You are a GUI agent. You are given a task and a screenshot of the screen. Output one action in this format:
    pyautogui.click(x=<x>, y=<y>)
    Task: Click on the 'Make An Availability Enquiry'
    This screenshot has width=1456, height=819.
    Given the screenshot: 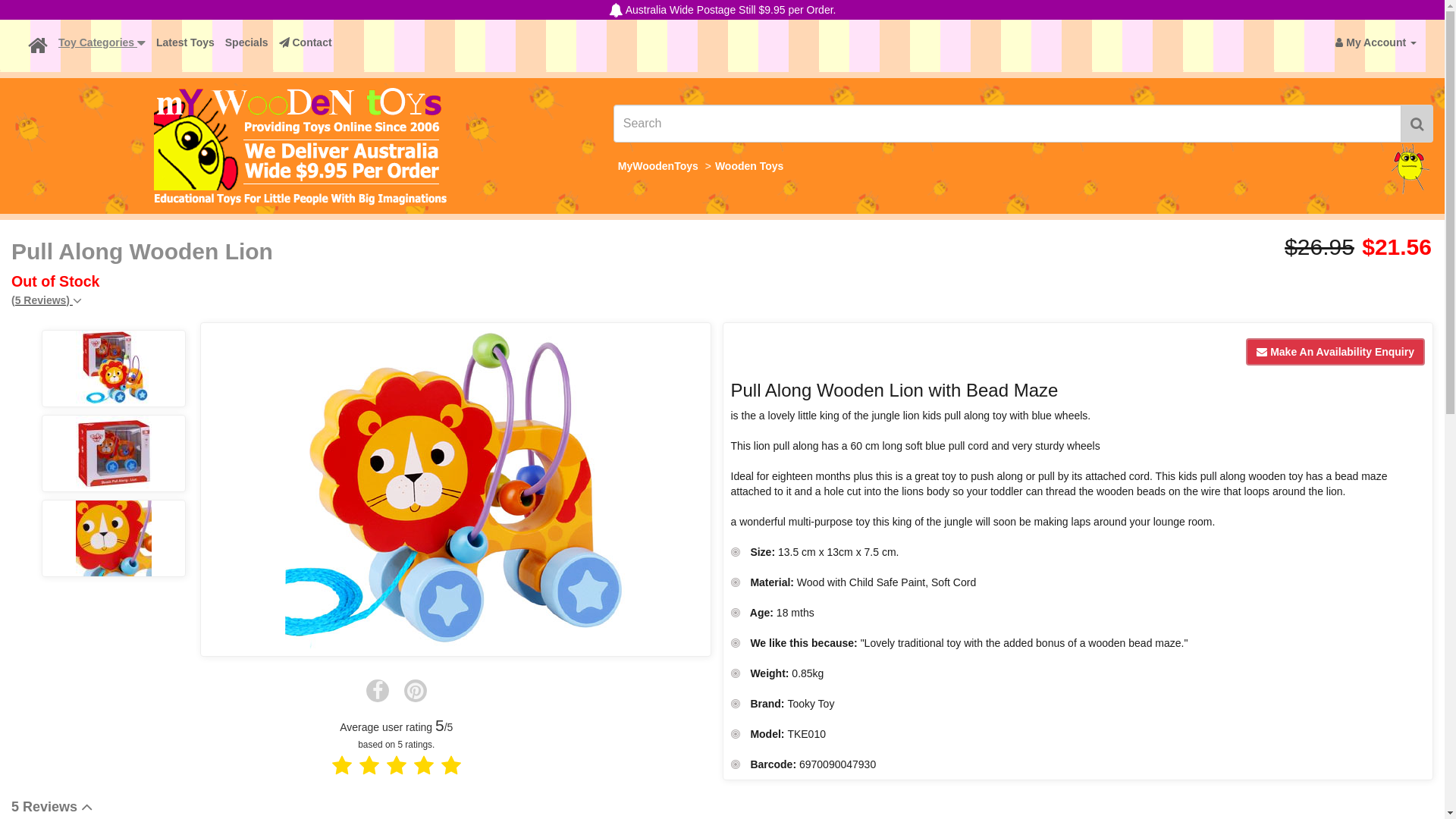 What is the action you would take?
    pyautogui.click(x=1245, y=351)
    